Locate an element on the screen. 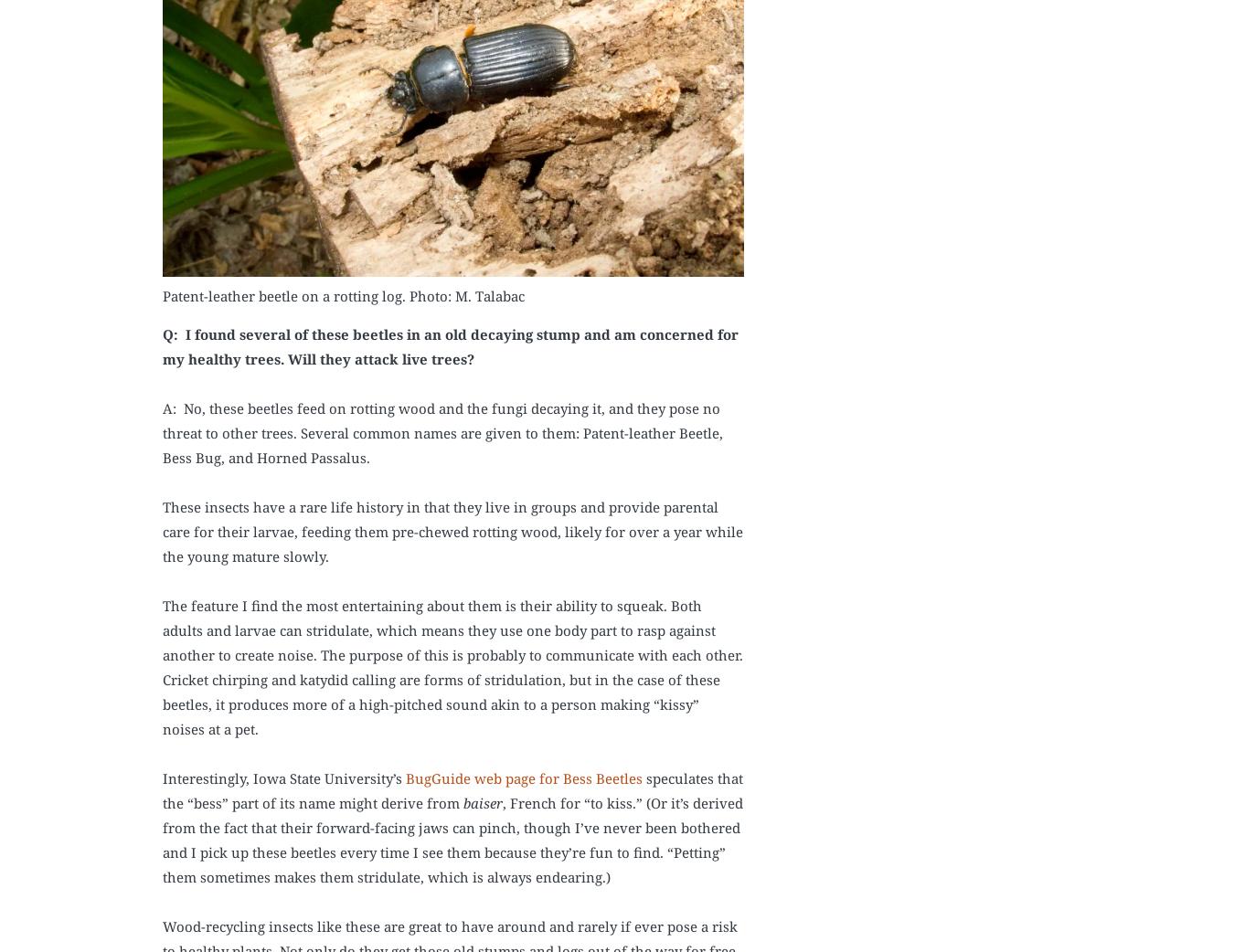 Image resolution: width=1234 pixels, height=952 pixels. 'Q:  I found several of these beetles in an old decaying stump and am concerned for my healthy trees. Will they attack live trees?' is located at coordinates (450, 344).